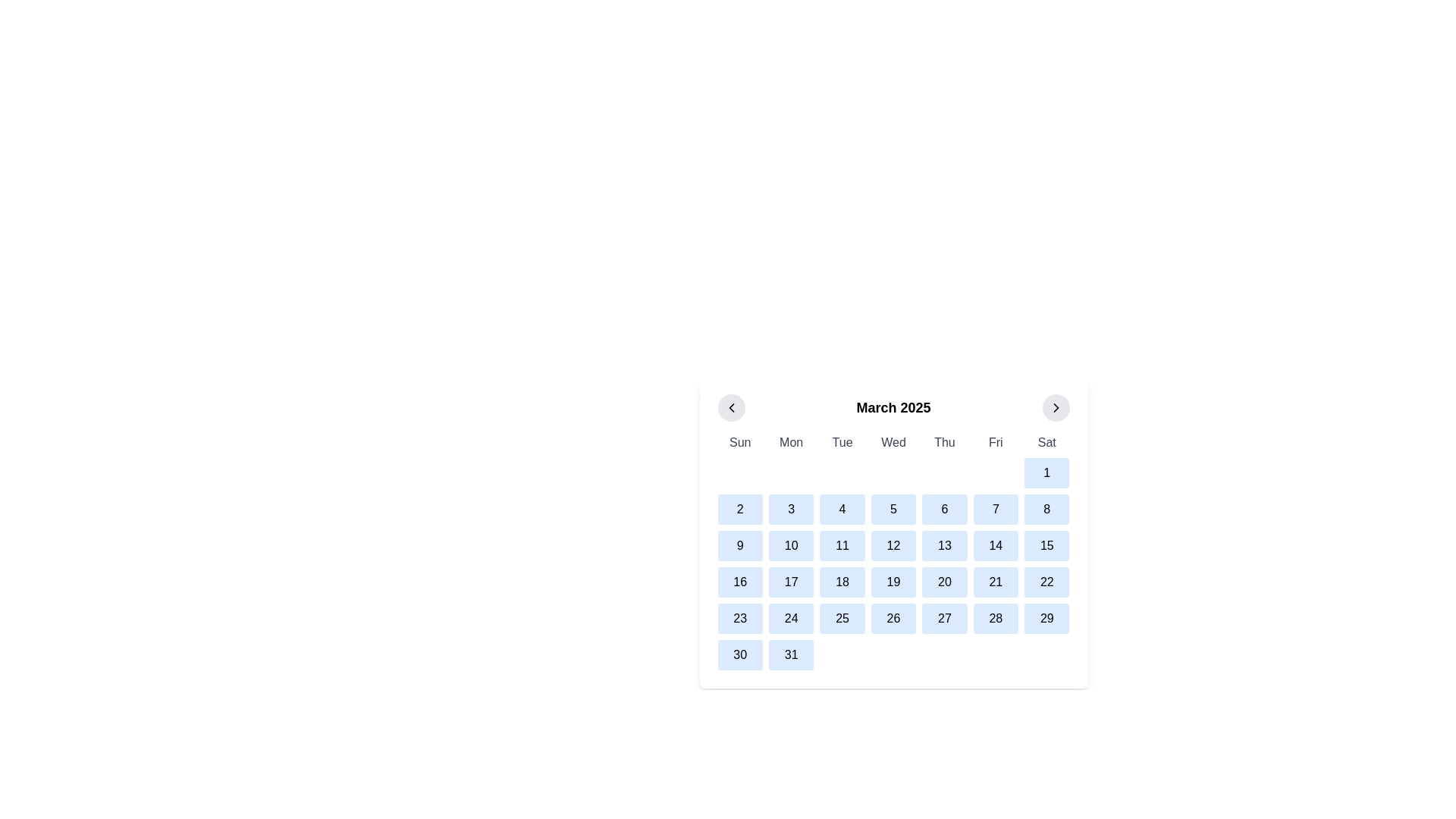 The height and width of the screenshot is (819, 1456). What do you see at coordinates (943, 509) in the screenshot?
I see `the grid cell button displaying the number '6'` at bounding box center [943, 509].